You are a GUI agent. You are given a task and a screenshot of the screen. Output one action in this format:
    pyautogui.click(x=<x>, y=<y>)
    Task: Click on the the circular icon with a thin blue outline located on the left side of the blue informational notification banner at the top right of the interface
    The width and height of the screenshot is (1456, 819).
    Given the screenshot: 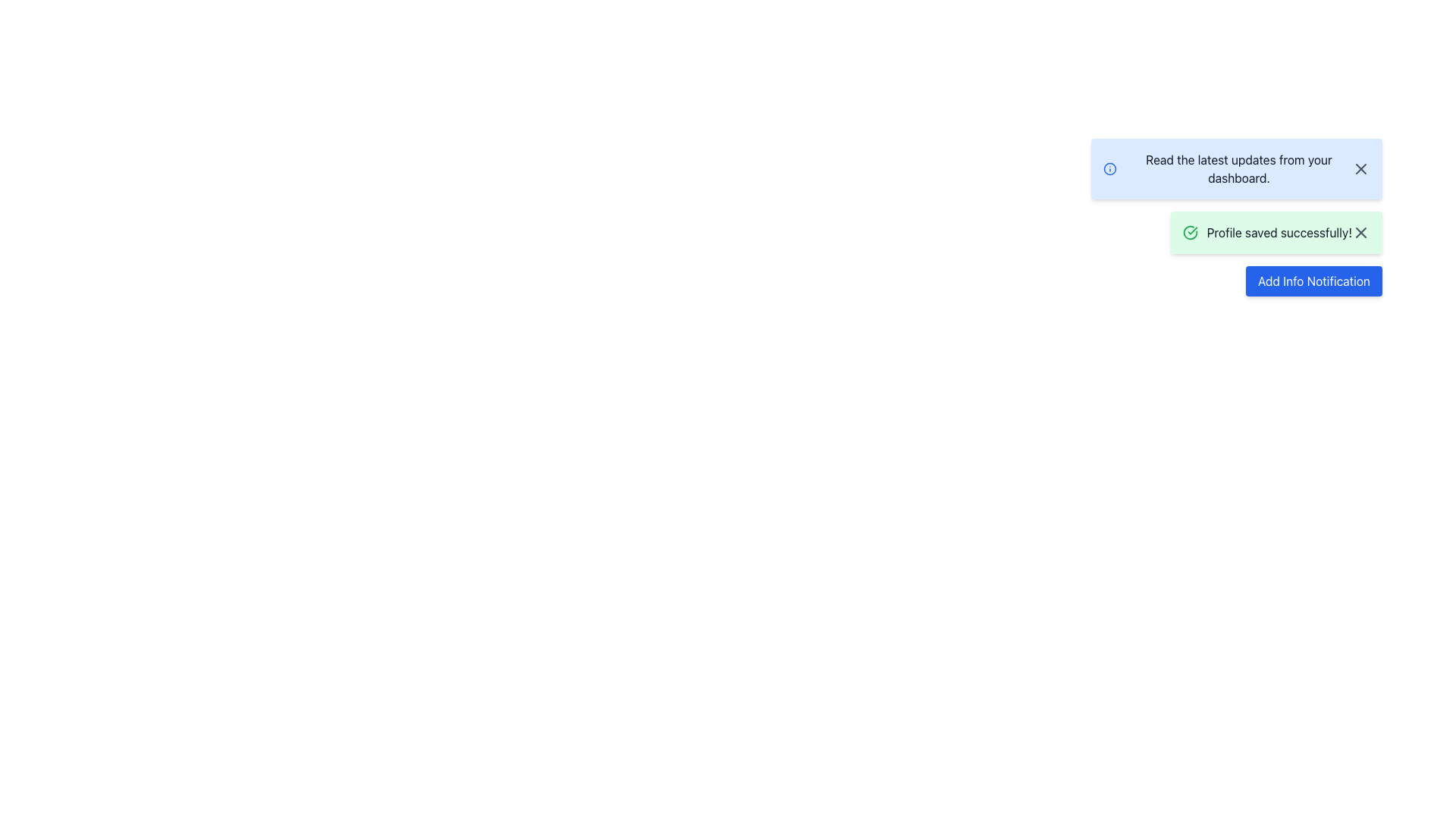 What is the action you would take?
    pyautogui.click(x=1110, y=169)
    